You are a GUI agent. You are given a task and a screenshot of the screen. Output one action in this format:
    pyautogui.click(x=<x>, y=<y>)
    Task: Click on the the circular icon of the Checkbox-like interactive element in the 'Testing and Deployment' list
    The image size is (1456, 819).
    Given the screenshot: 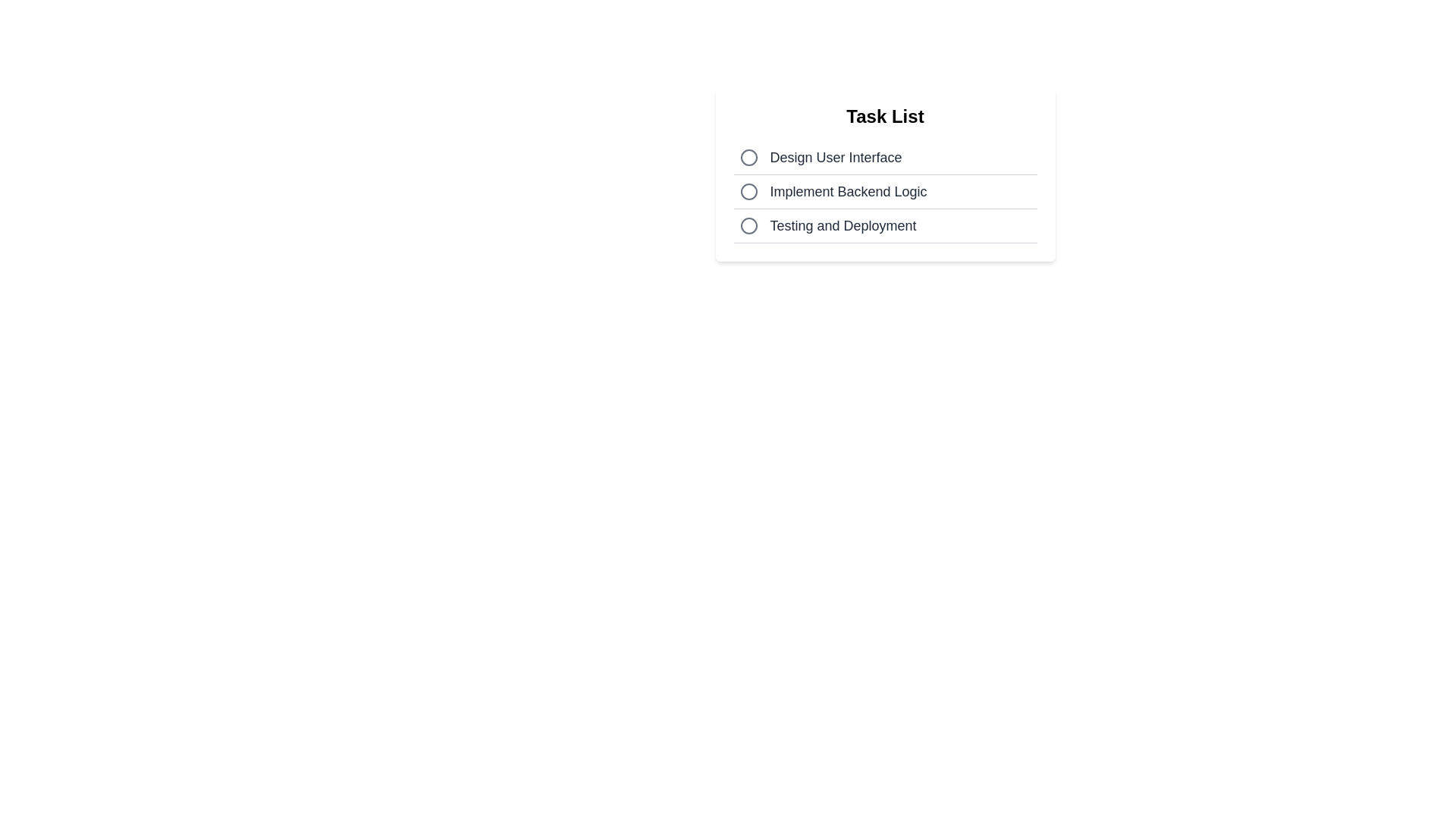 What is the action you would take?
    pyautogui.click(x=748, y=225)
    